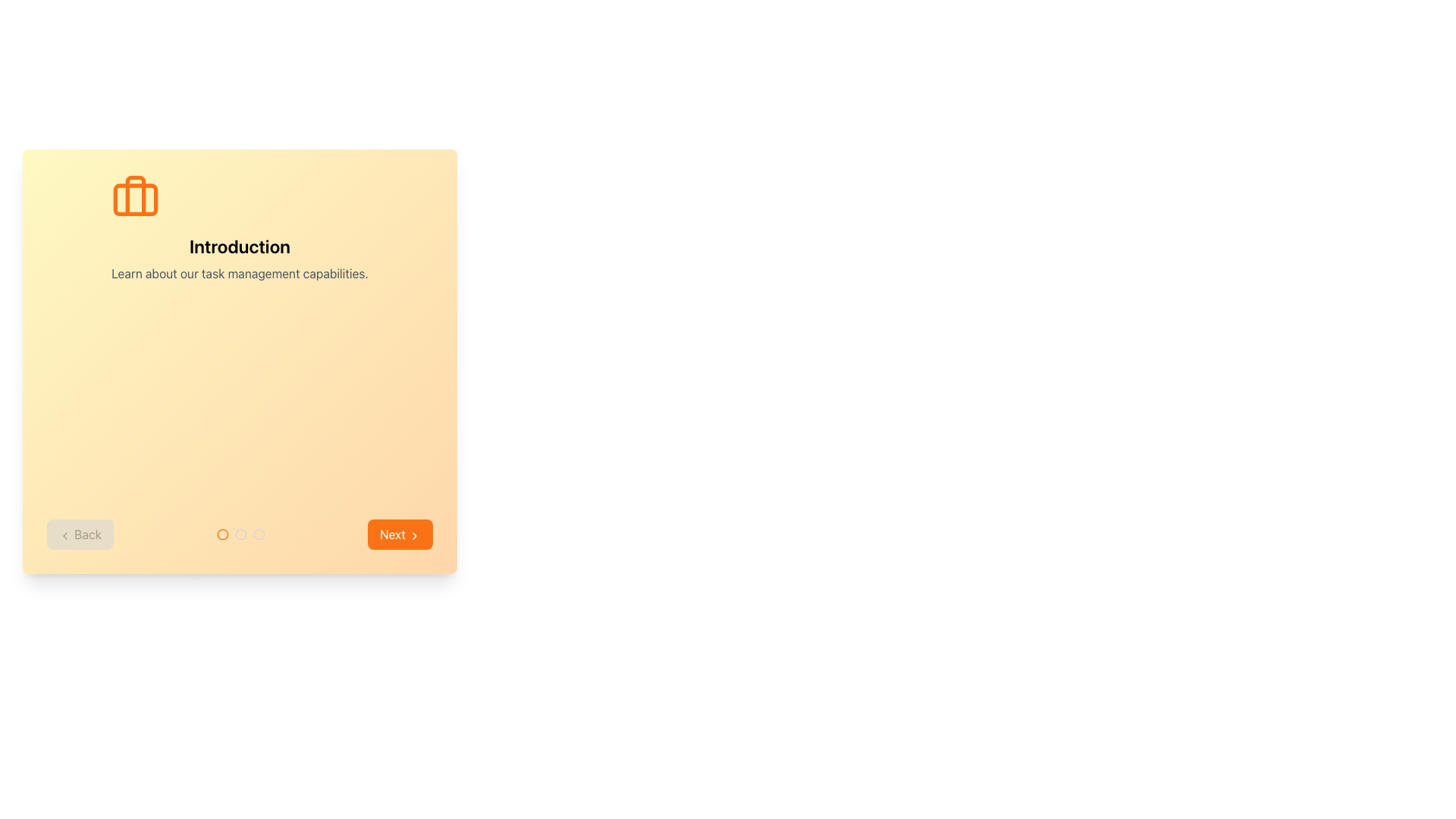 This screenshot has width=1456, height=819. I want to click on the centrally positioned part of the briefcase icon in the upper-left area of the interface, so click(136, 199).